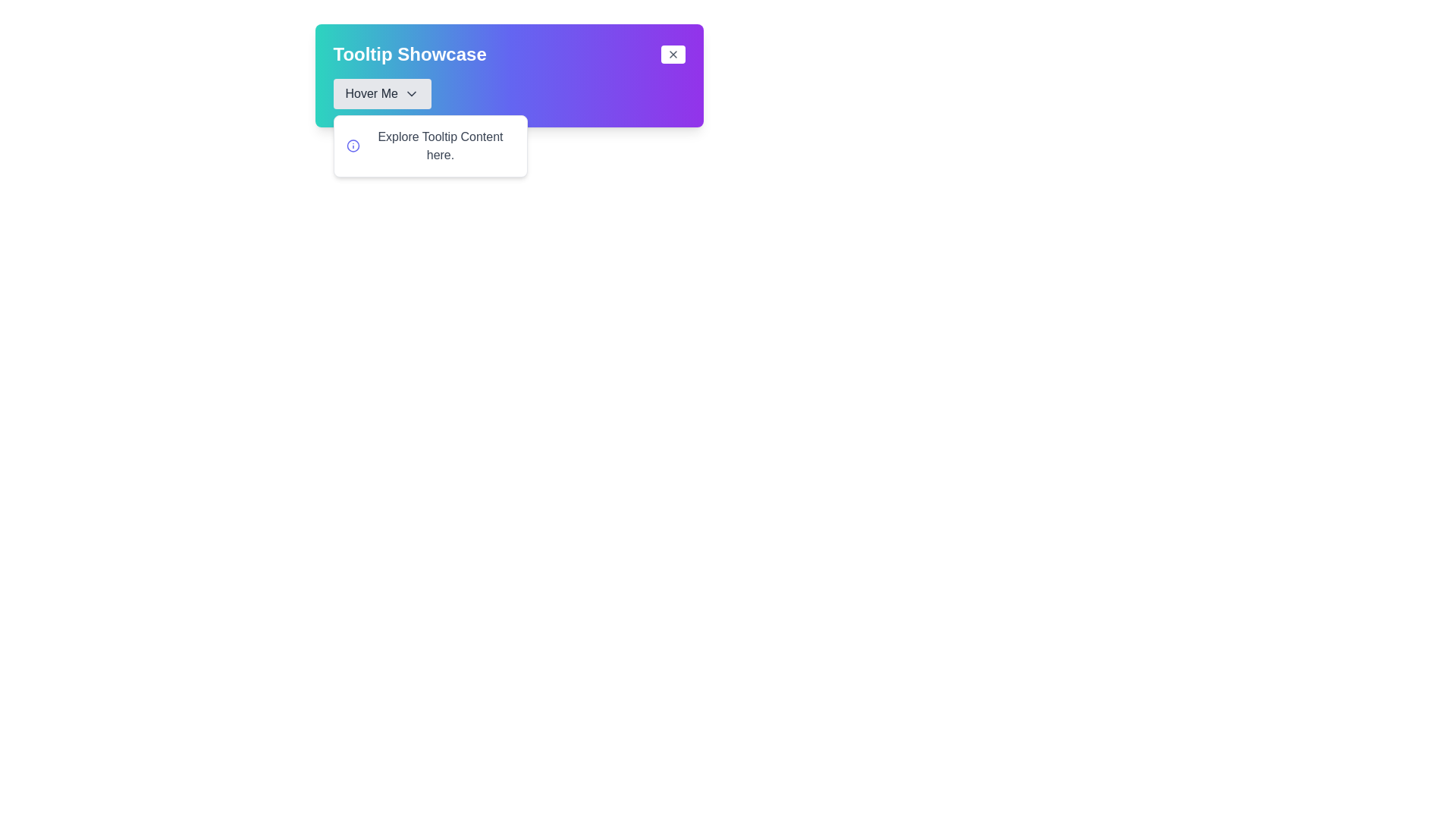 This screenshot has height=819, width=1456. Describe the element at coordinates (409, 54) in the screenshot. I see `the text label styled as a headline with the text 'Tooltip Showcase', which is rendered in a large, bold, white font on a gradient background transitioning from teal to purple` at that location.